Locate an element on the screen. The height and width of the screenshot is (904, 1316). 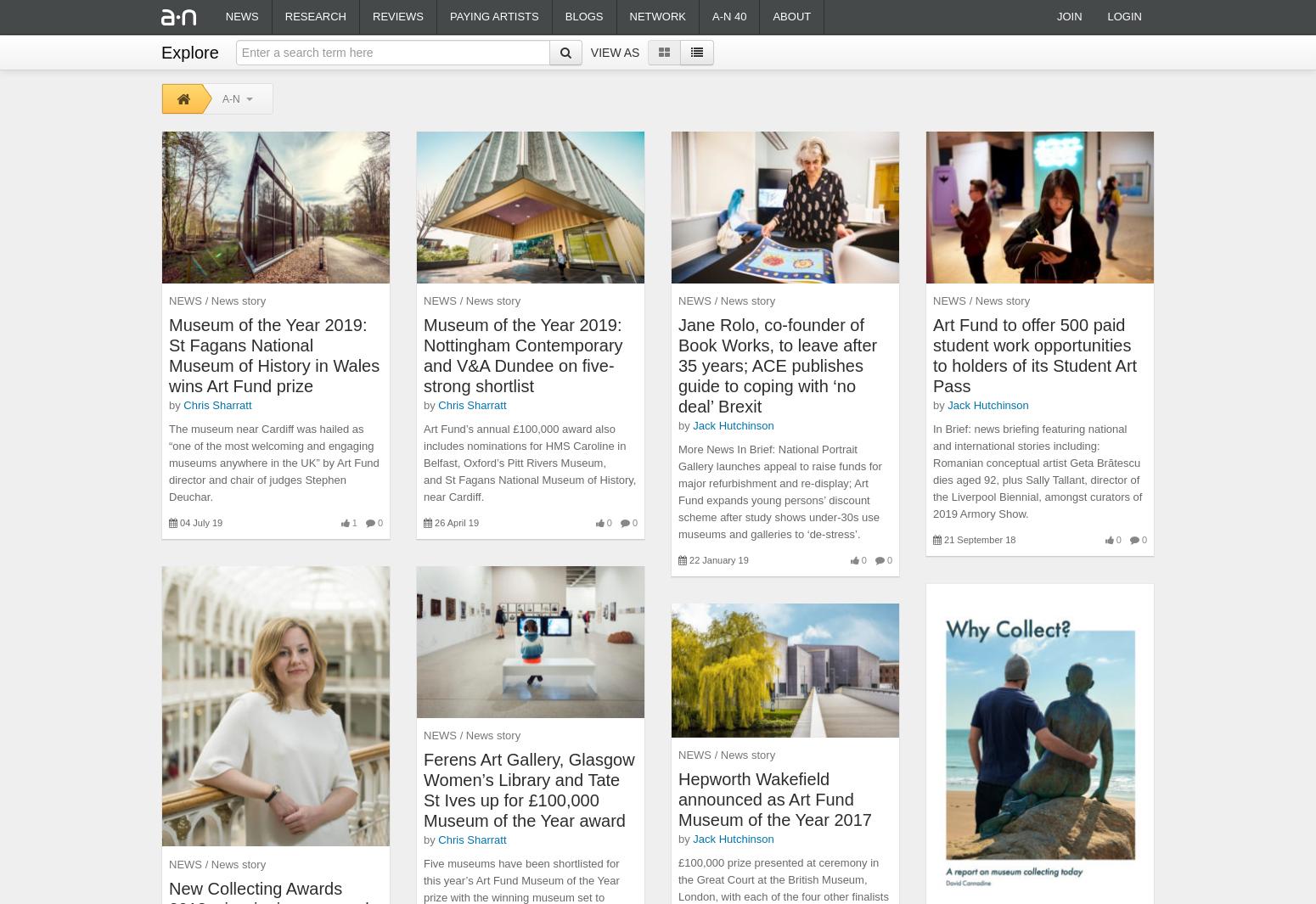
'a-n' is located at coordinates (231, 97).